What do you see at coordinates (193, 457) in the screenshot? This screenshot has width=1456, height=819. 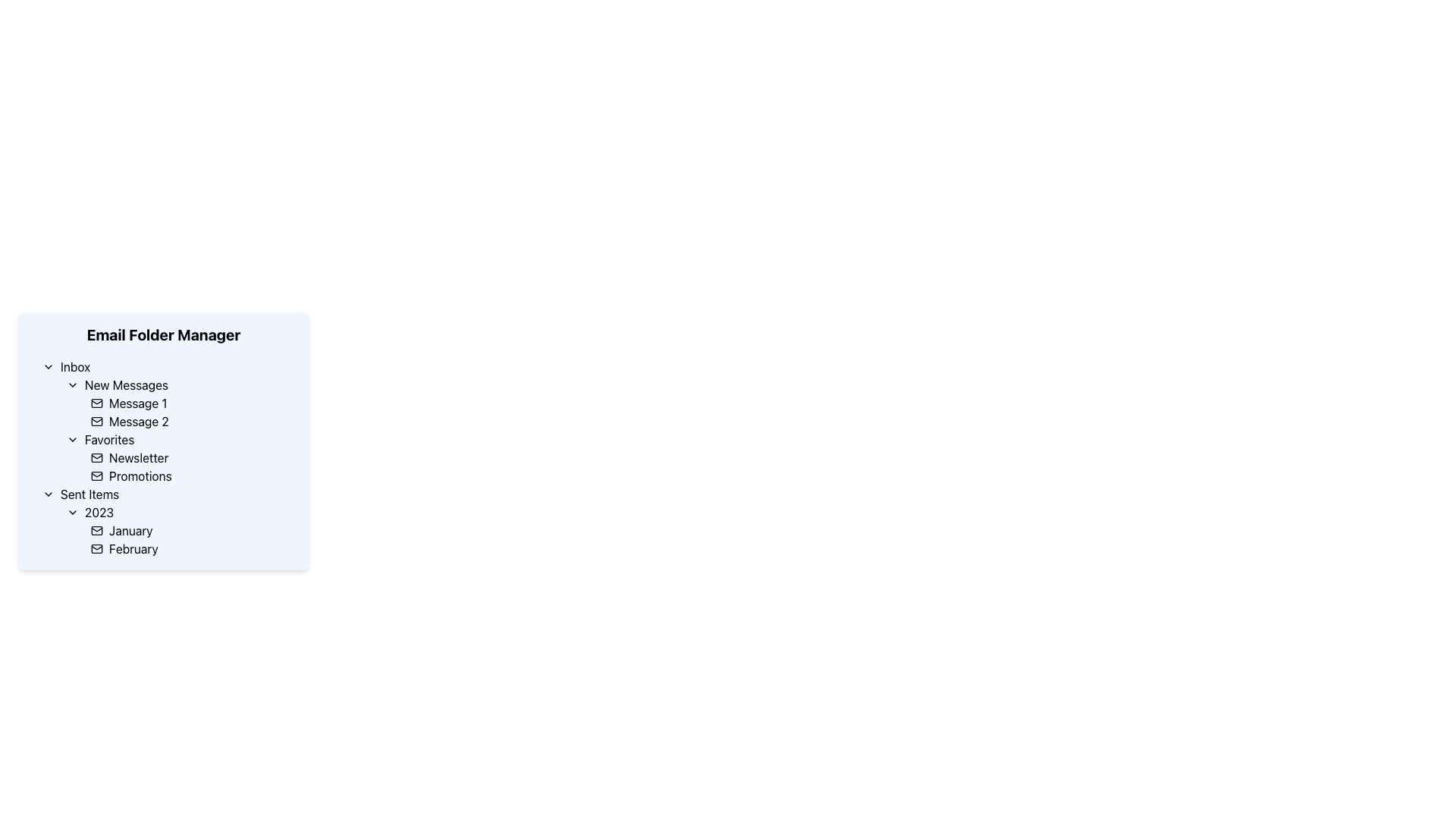 I see `the 'Newsletter' selectable list item located in the 'Favorites' subsection of the 'Email Folder Manager' interface, positioned directly above the 'Promotions' item` at bounding box center [193, 457].